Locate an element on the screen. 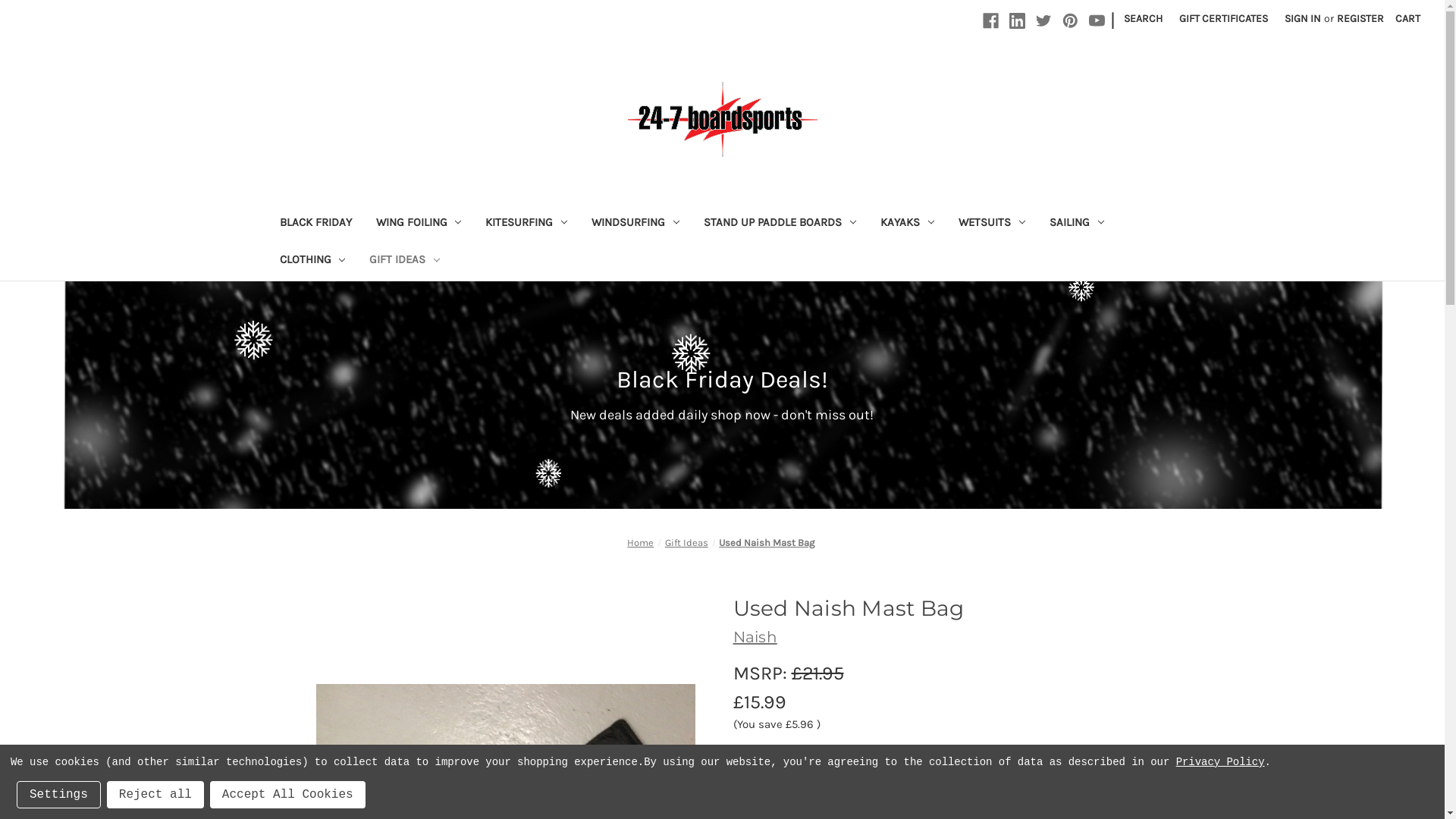  'Privacy Policy' is located at coordinates (1220, 762).